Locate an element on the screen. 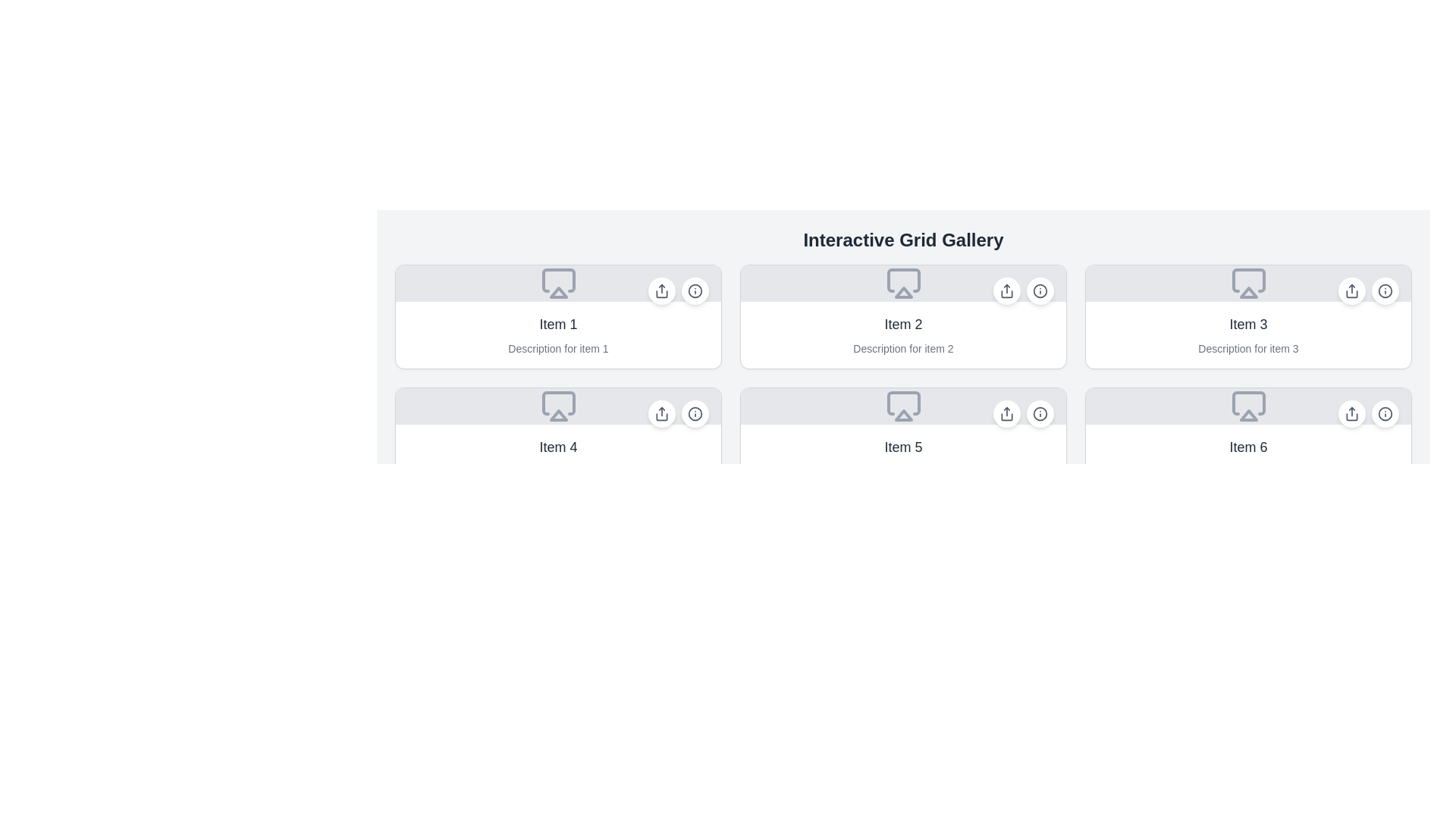 The image size is (1456, 819). the decorative icon in the lower row of 'Item 6' is located at coordinates (1248, 403).